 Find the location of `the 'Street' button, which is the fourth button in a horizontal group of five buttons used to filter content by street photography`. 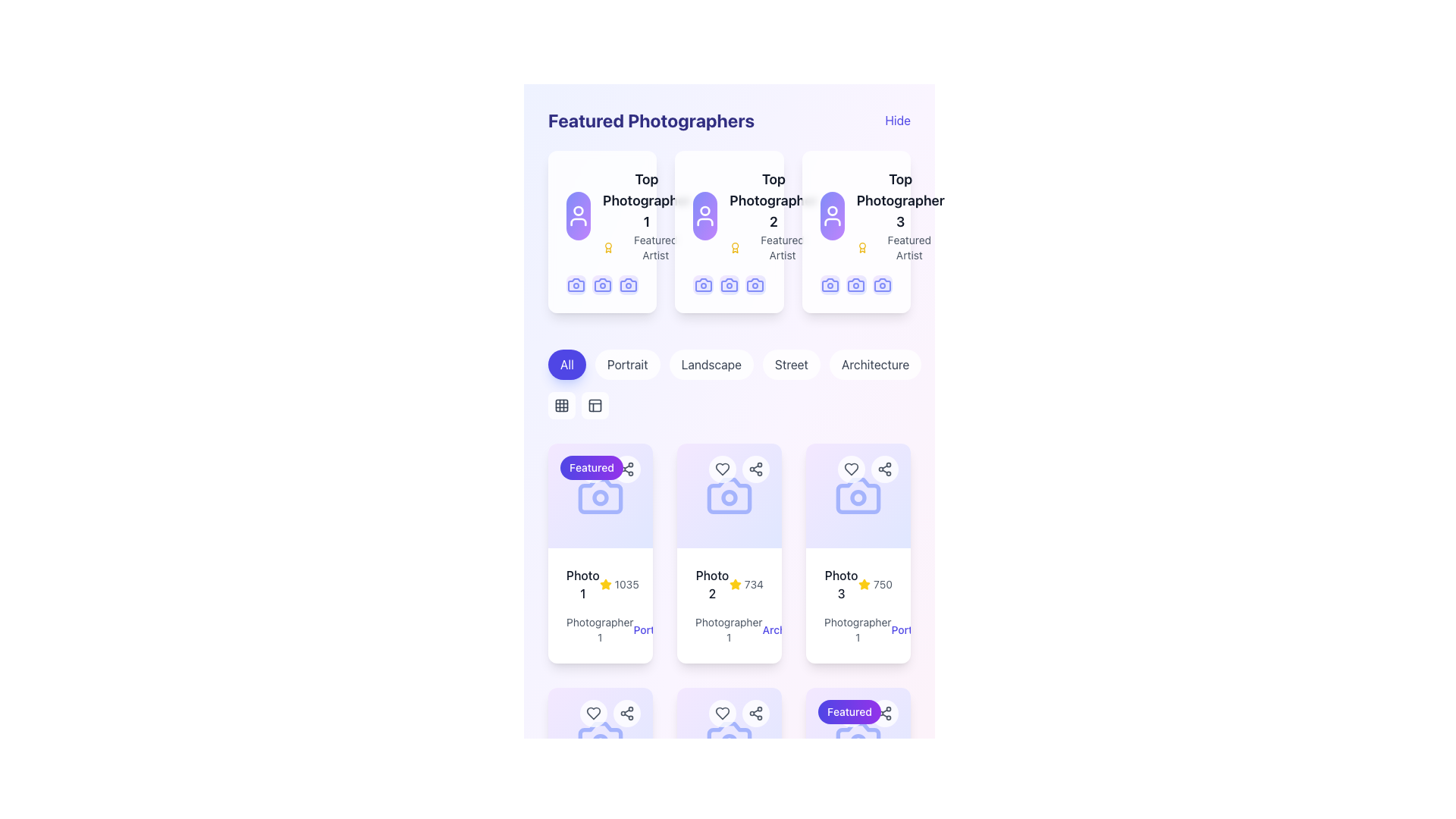

the 'Street' button, which is the fourth button in a horizontal group of five buttons used to filter content by street photography is located at coordinates (790, 365).